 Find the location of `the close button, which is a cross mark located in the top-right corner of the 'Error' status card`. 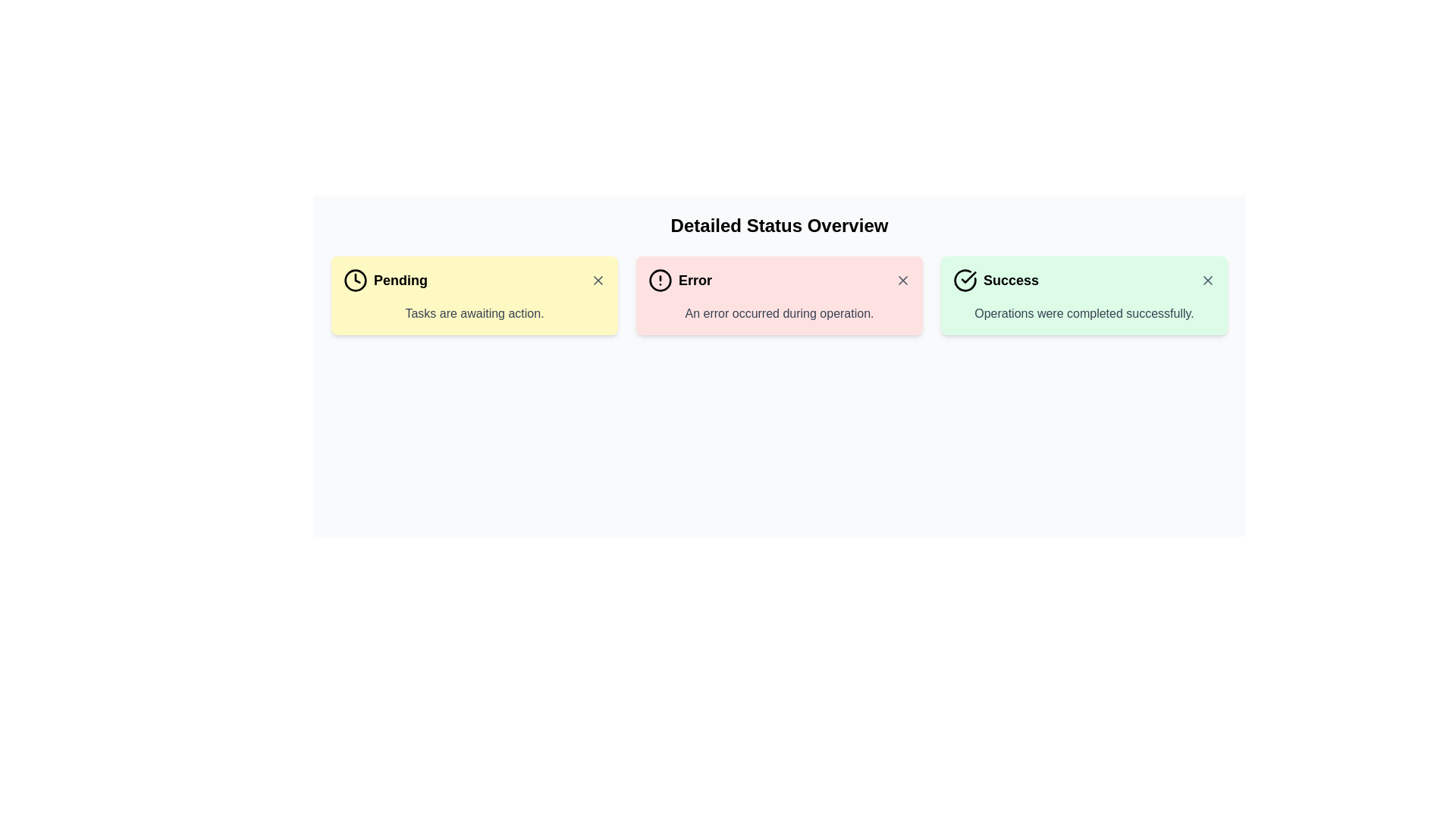

the close button, which is a cross mark located in the top-right corner of the 'Error' status card is located at coordinates (902, 281).